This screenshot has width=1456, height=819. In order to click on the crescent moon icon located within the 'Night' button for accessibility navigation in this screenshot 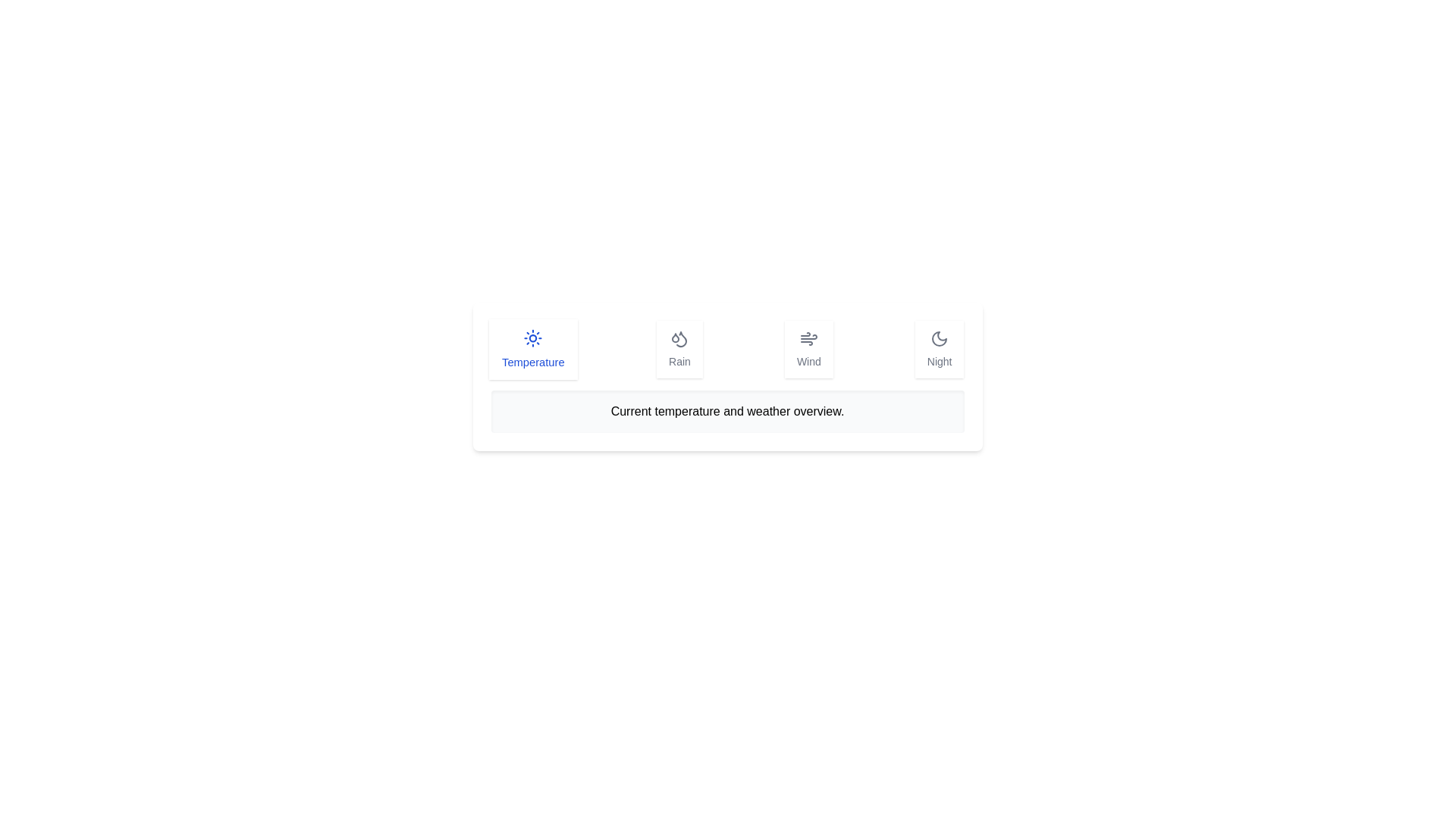, I will do `click(939, 338)`.